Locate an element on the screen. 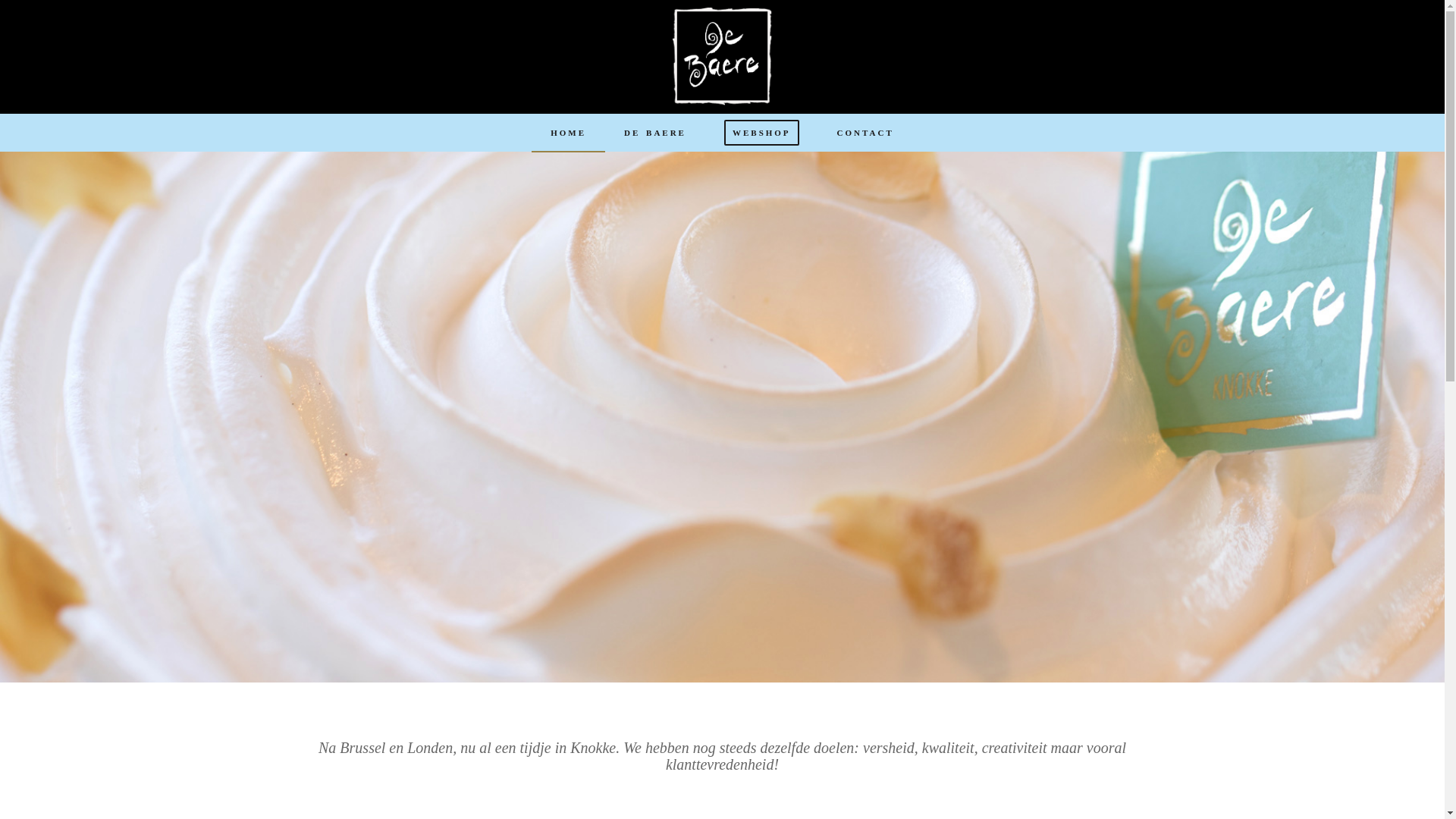  'WEBSHOP' is located at coordinates (761, 131).